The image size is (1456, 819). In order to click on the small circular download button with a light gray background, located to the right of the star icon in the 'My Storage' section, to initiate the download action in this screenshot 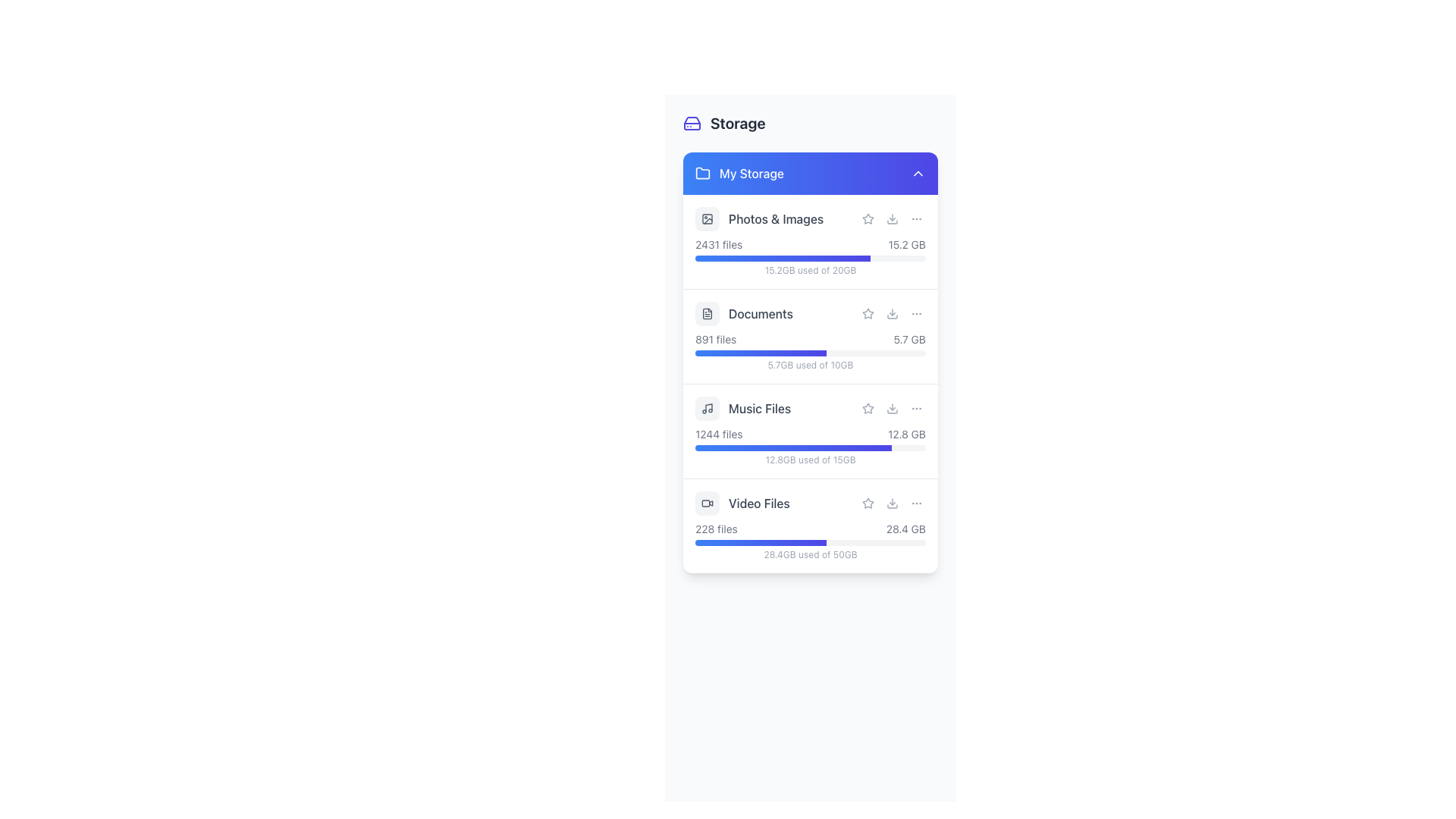, I will do `click(892, 312)`.